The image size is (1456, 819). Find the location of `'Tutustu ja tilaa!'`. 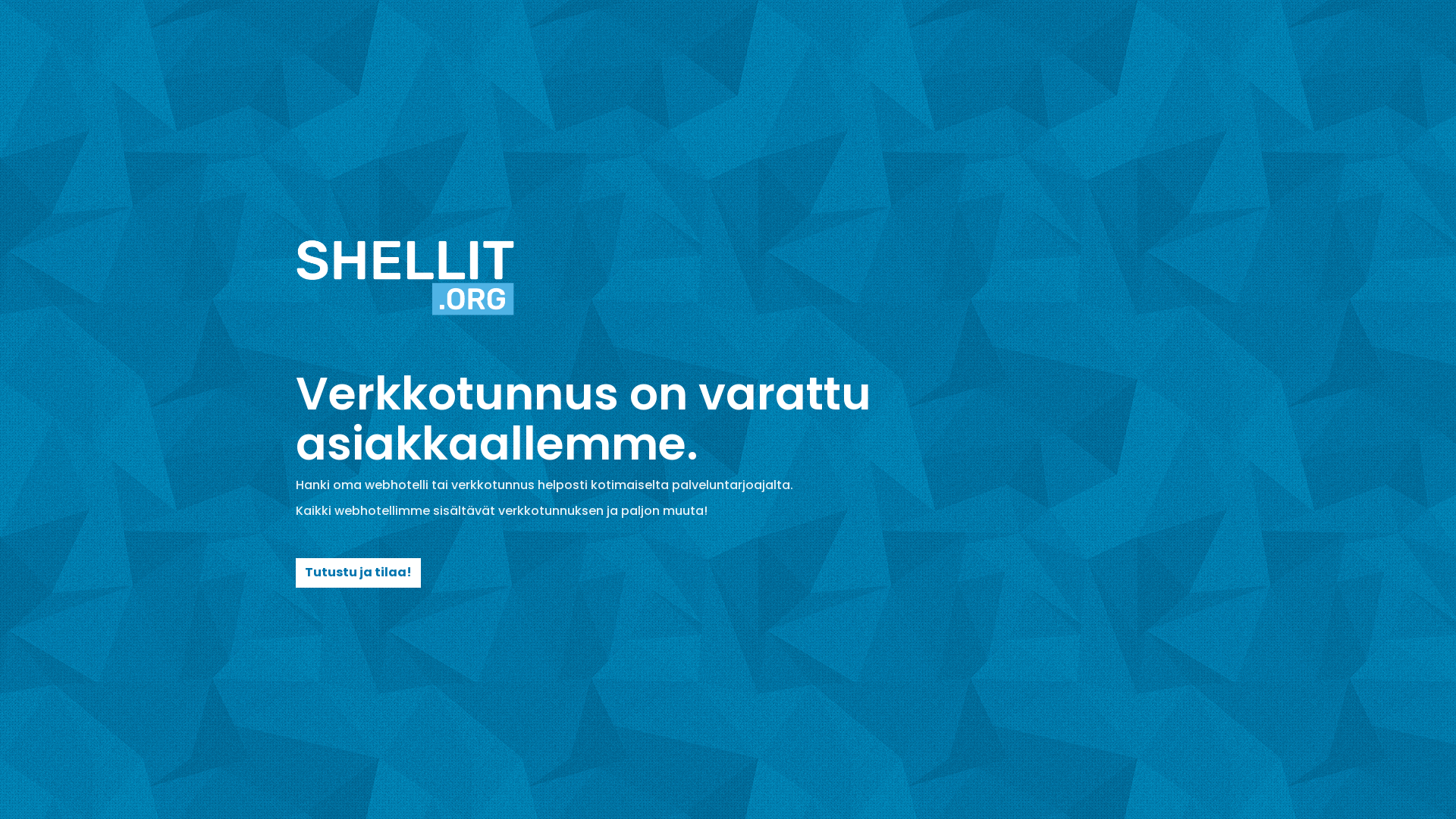

'Tutustu ja tilaa!' is located at coordinates (295, 573).